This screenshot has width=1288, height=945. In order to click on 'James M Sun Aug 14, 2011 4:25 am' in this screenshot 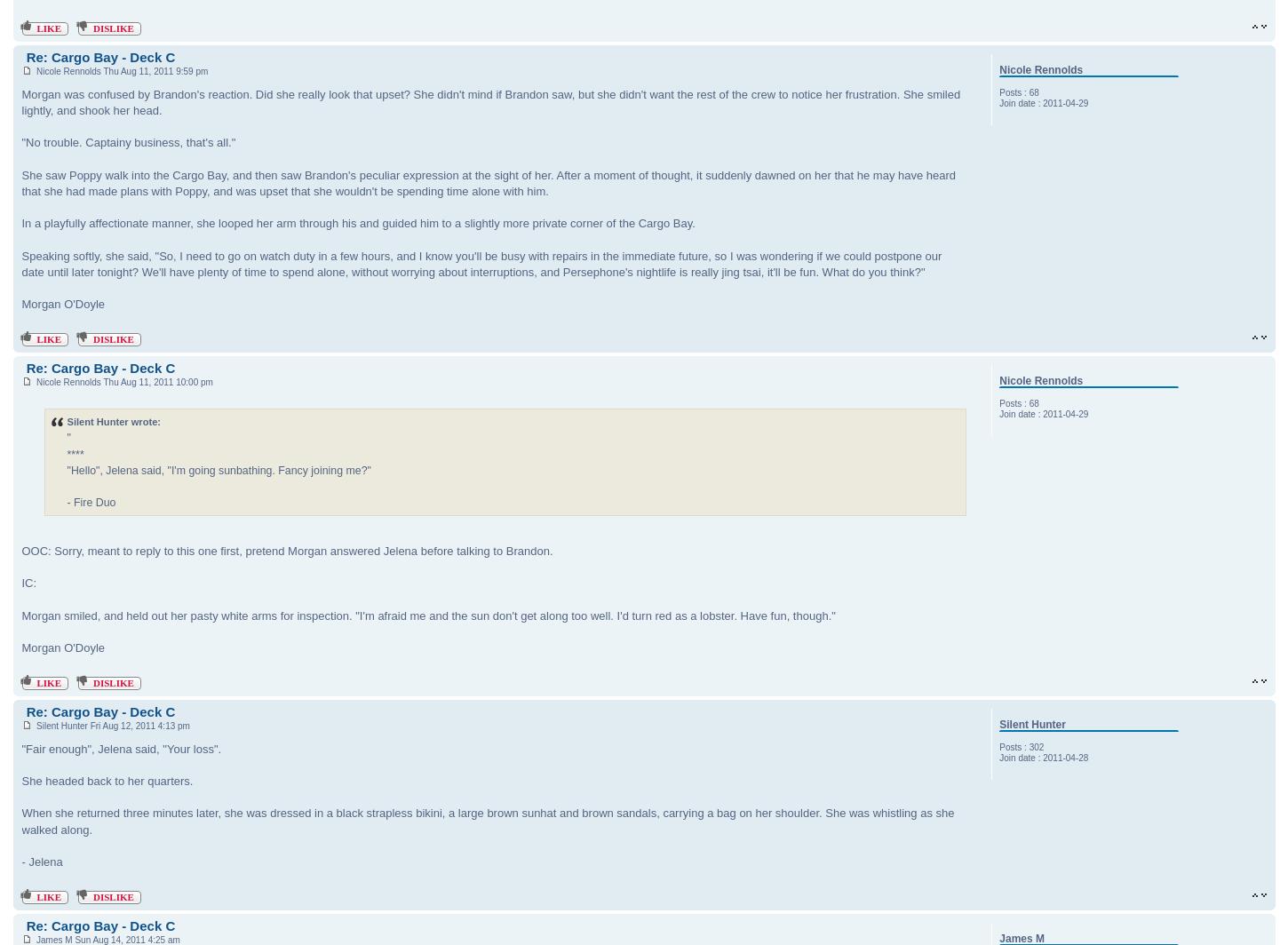, I will do `click(105, 939)`.